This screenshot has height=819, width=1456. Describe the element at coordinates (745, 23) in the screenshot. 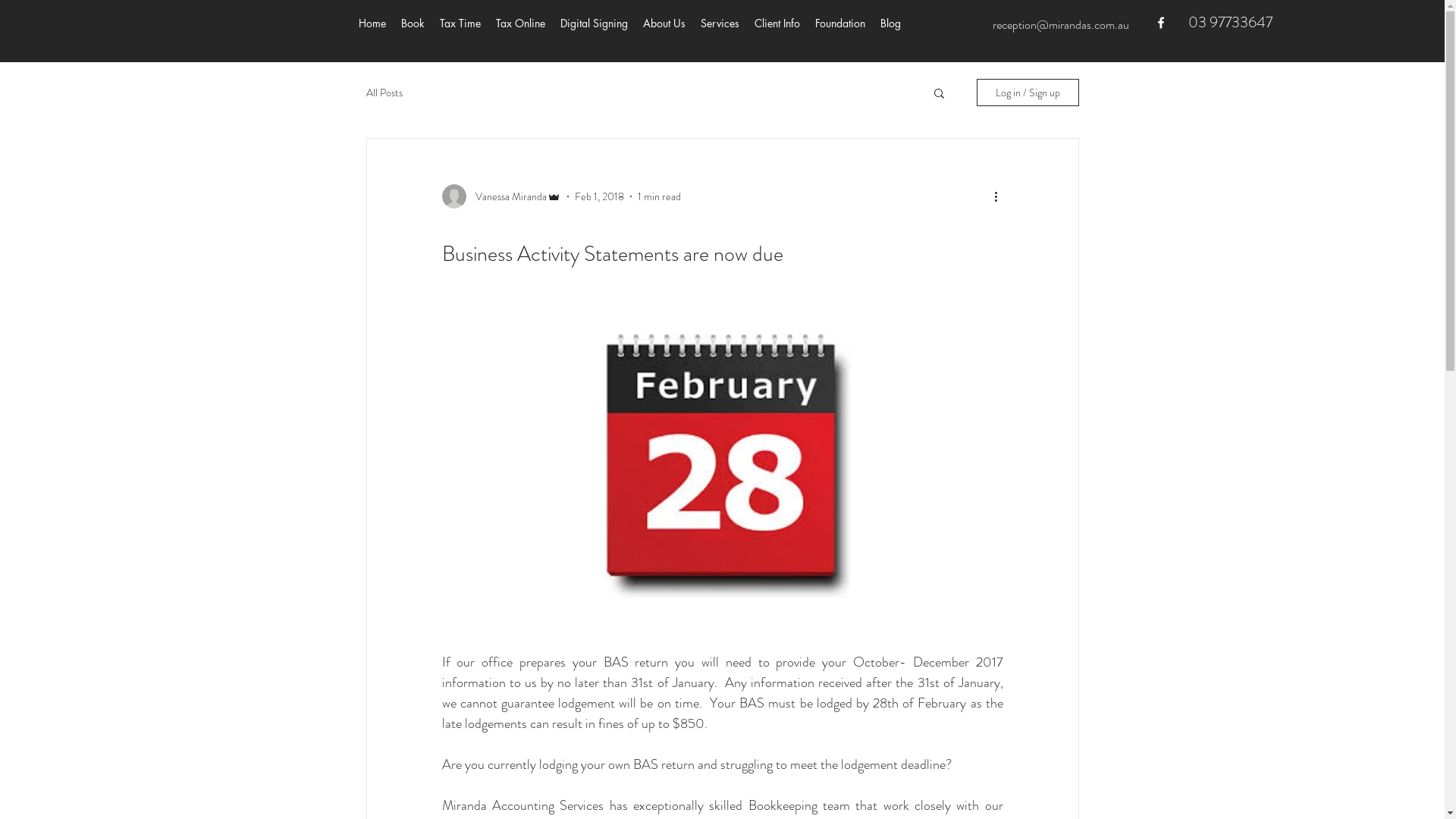

I see `'Client Info'` at that location.